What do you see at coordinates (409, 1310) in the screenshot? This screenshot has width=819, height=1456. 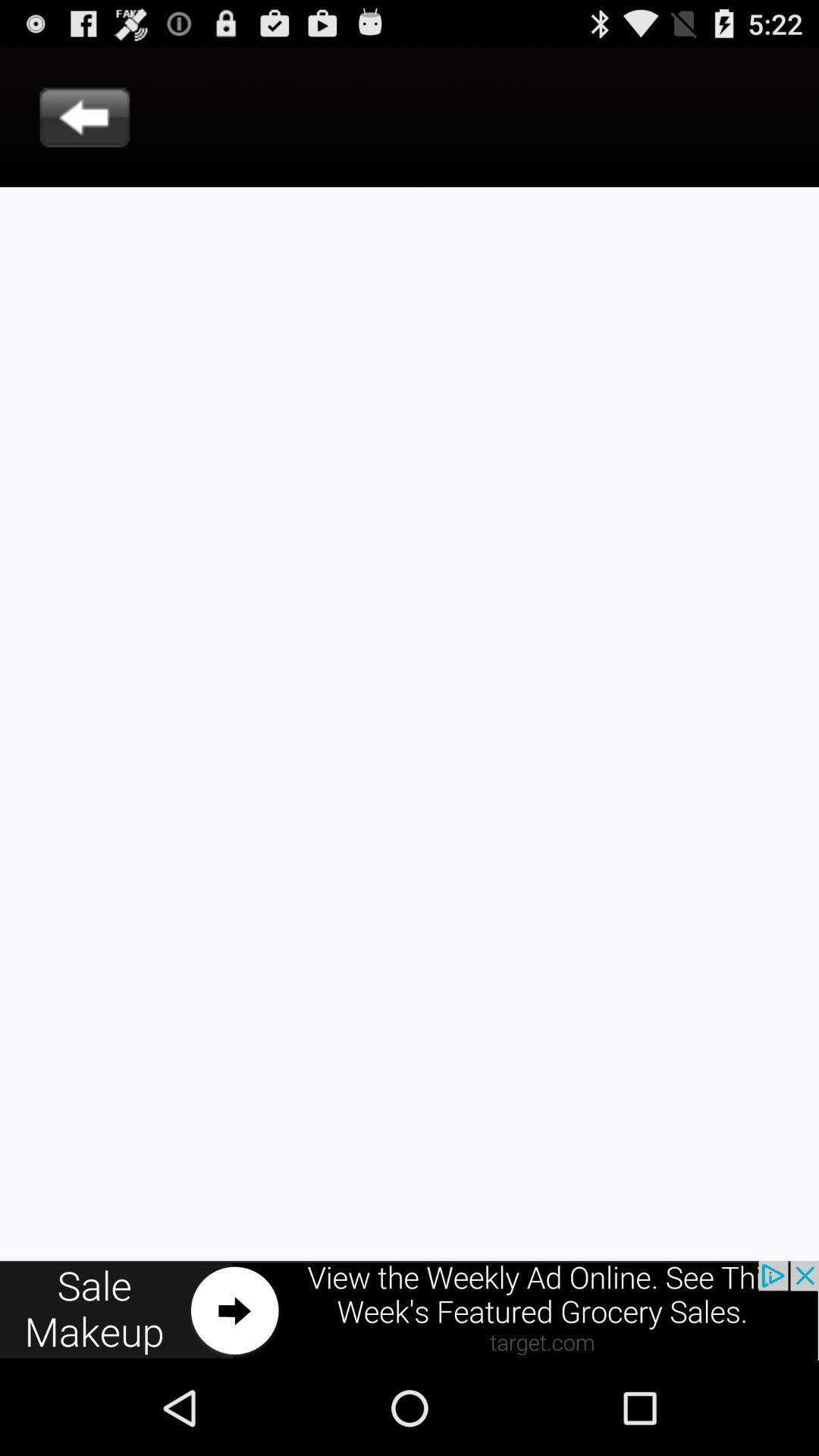 I see `open advertisement` at bounding box center [409, 1310].